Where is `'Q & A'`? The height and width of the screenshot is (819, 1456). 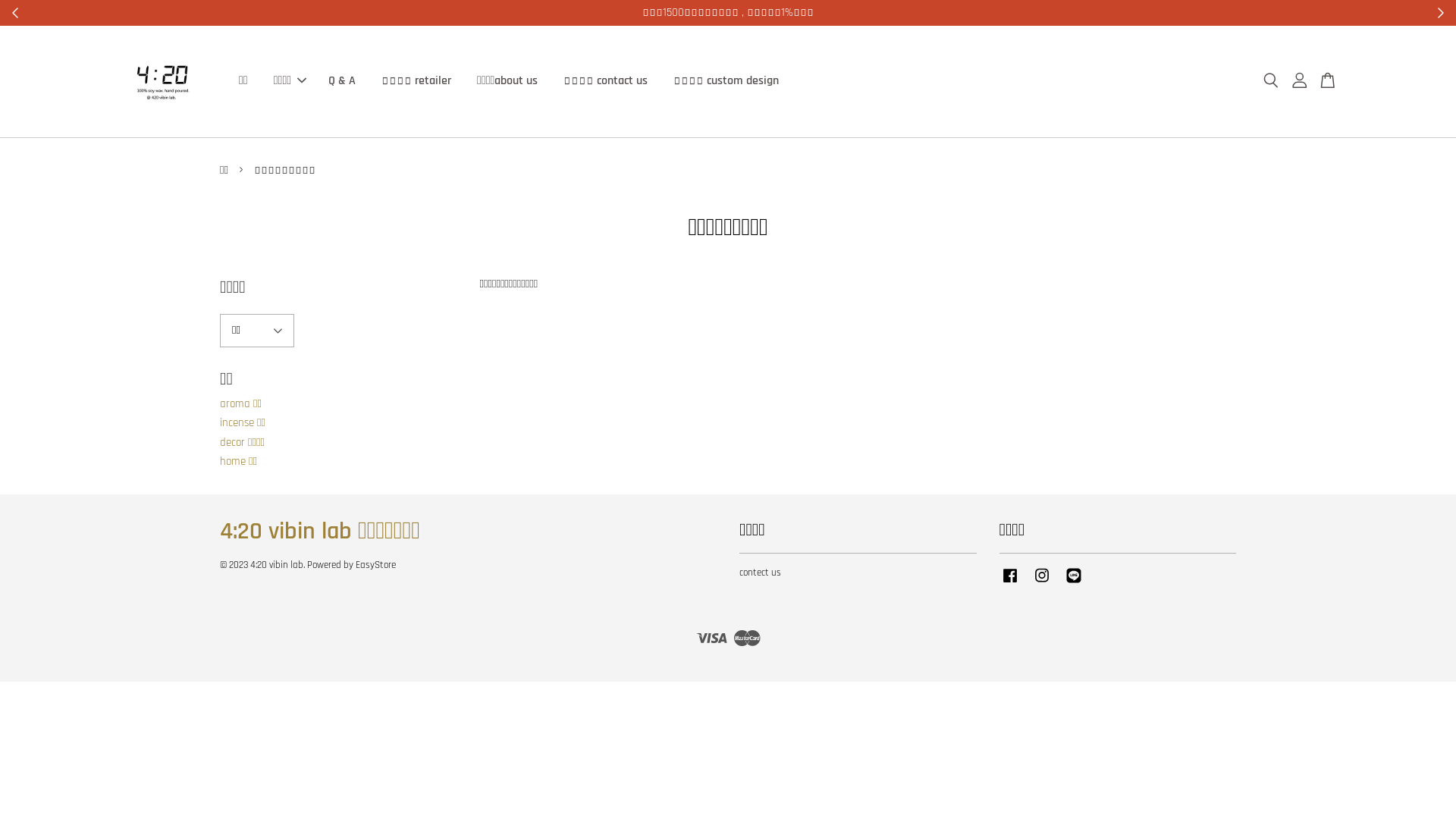 'Q & A' is located at coordinates (341, 80).